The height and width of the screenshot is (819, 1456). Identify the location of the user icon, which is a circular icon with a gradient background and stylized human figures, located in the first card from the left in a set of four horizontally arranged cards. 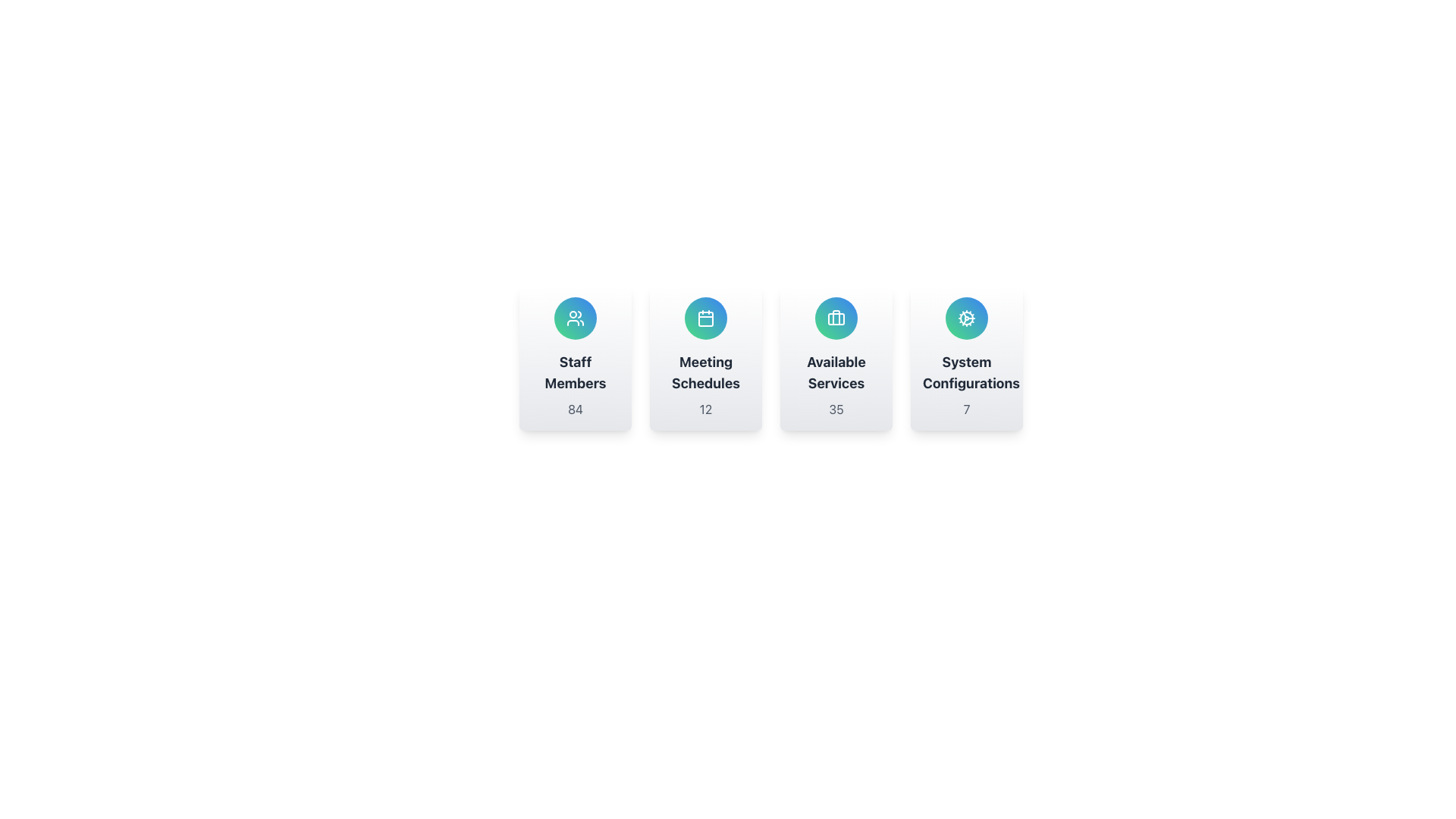
(574, 318).